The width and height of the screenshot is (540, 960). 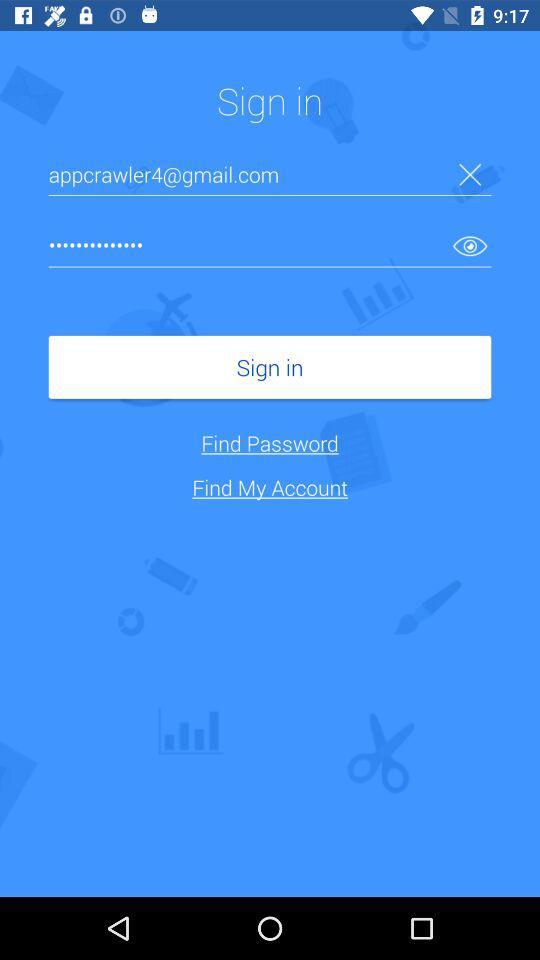 What do you see at coordinates (470, 173) in the screenshot?
I see `the close icon` at bounding box center [470, 173].